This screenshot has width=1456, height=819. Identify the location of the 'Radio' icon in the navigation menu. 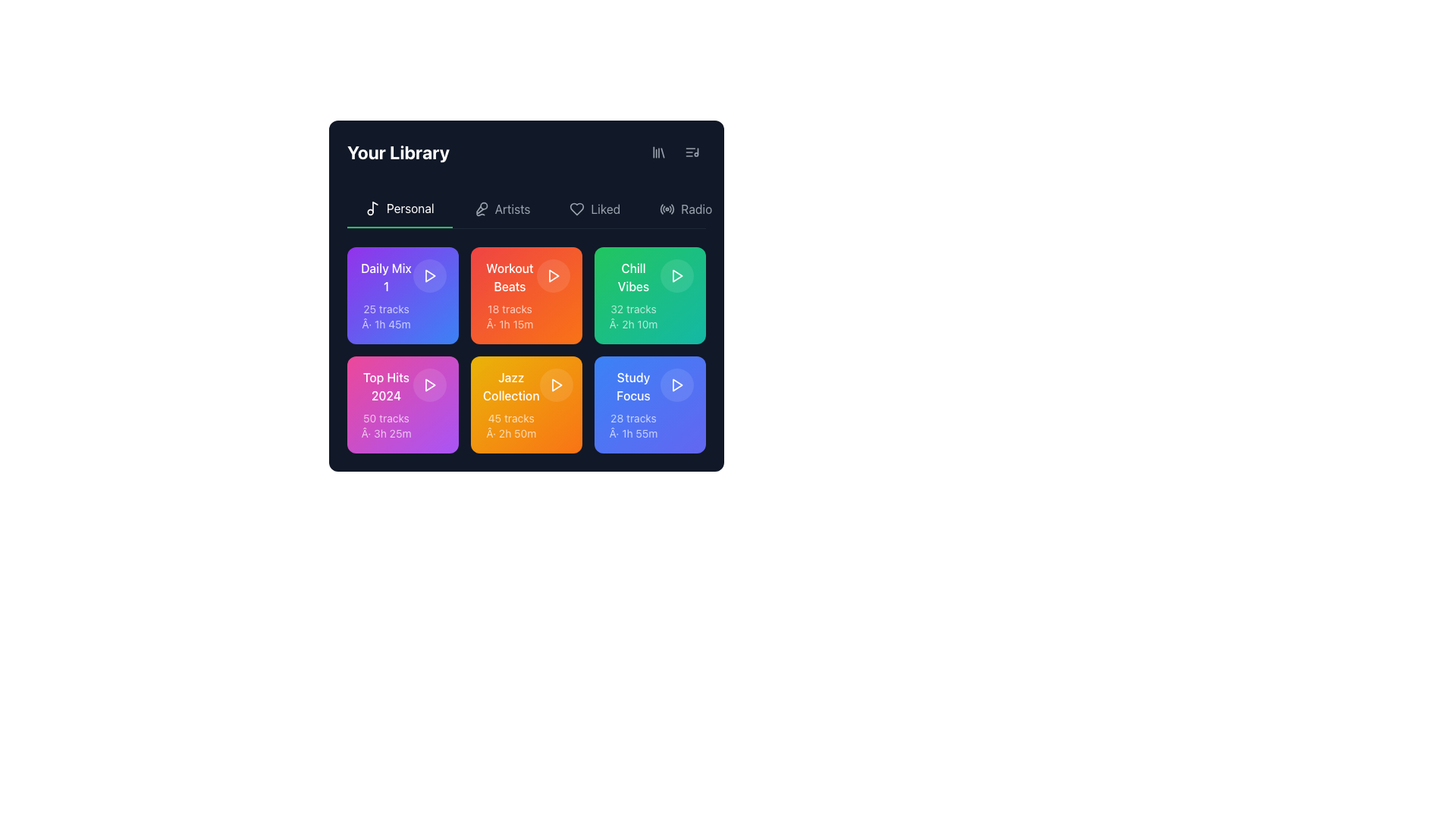
(667, 209).